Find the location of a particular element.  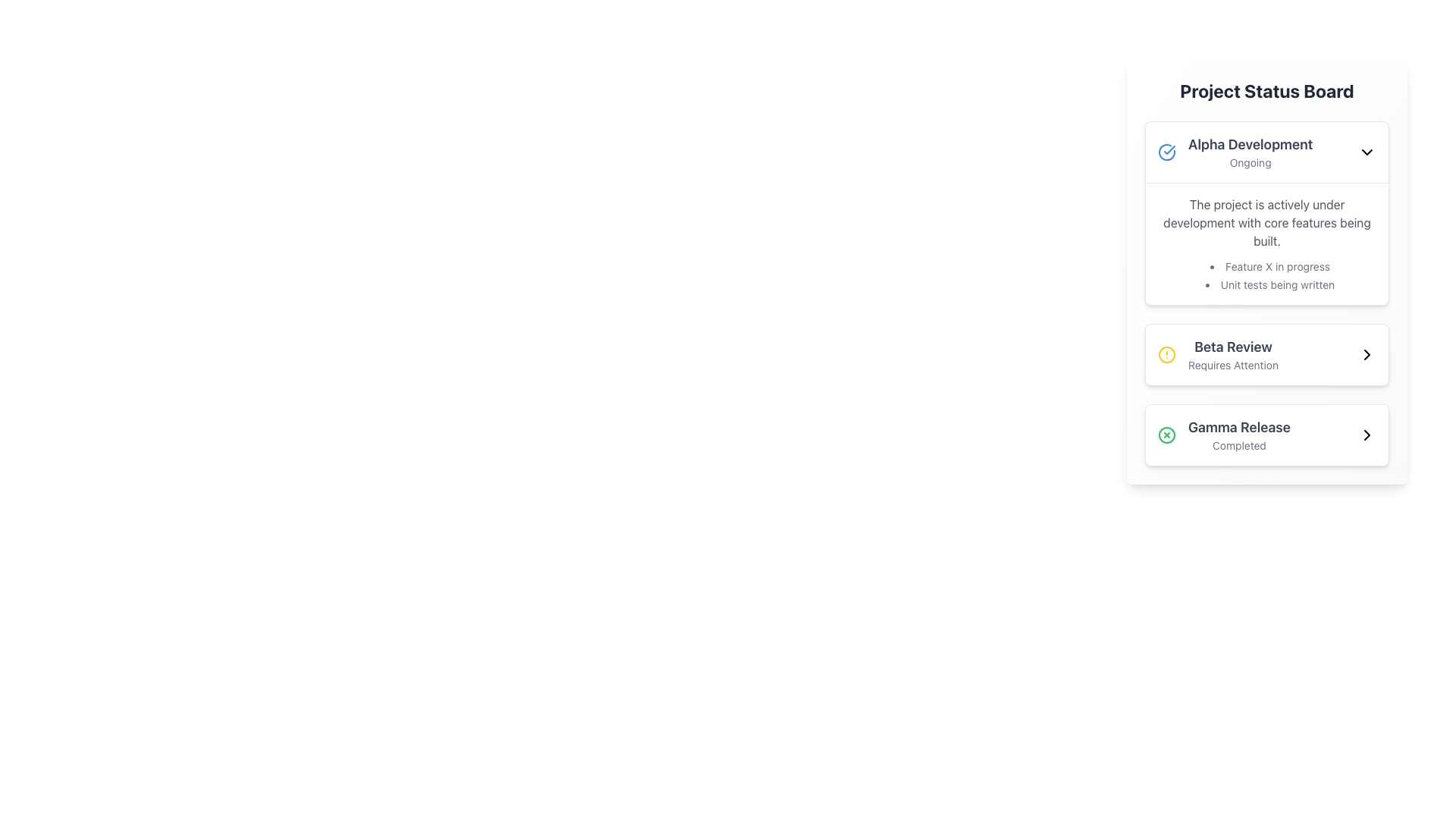

the unordered list located in the 'Alpha Development' section of the 'Project Status Board', positioned below the description text about project development is located at coordinates (1266, 275).